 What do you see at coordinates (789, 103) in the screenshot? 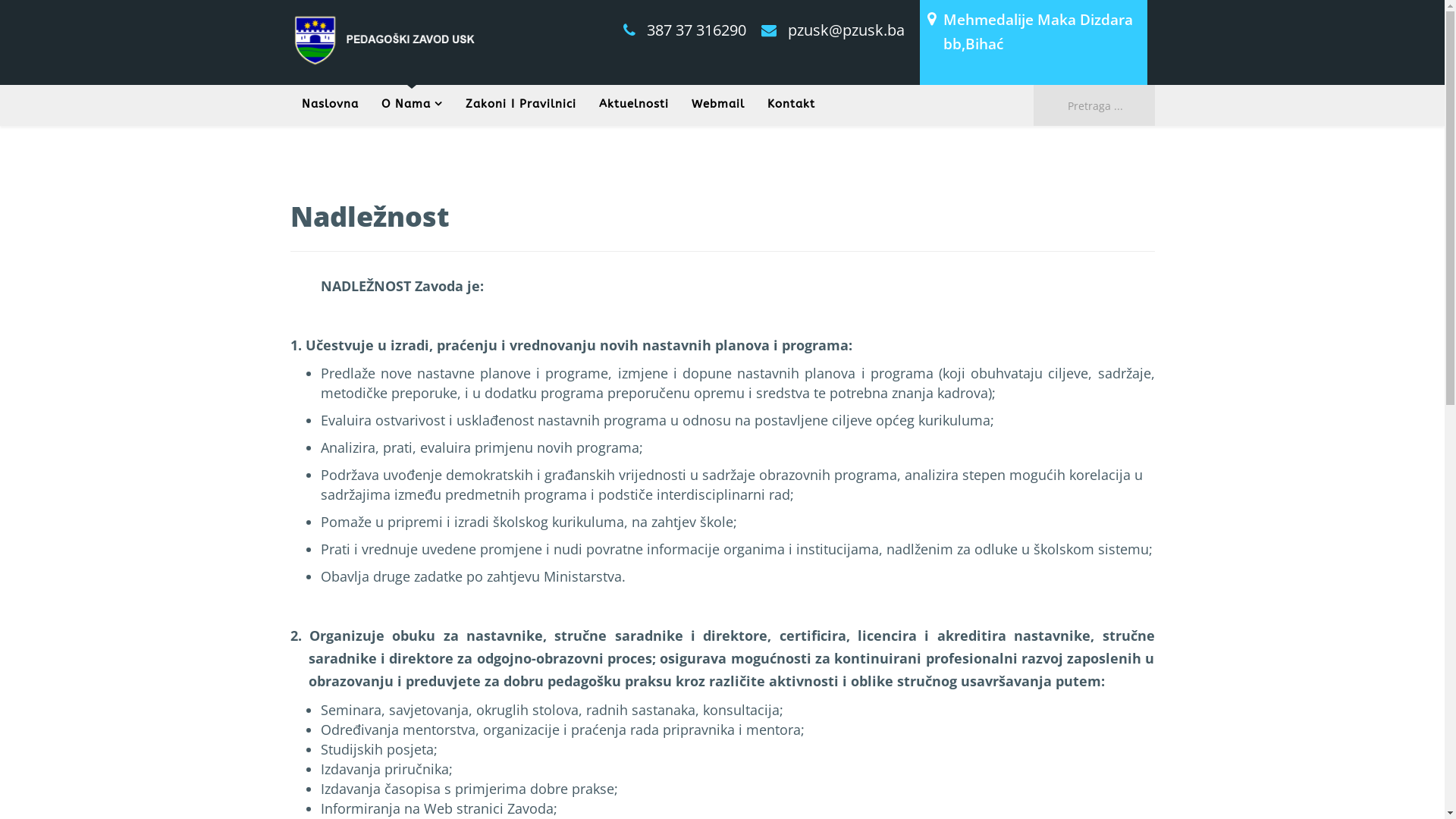
I see `'Kontakt'` at bounding box center [789, 103].